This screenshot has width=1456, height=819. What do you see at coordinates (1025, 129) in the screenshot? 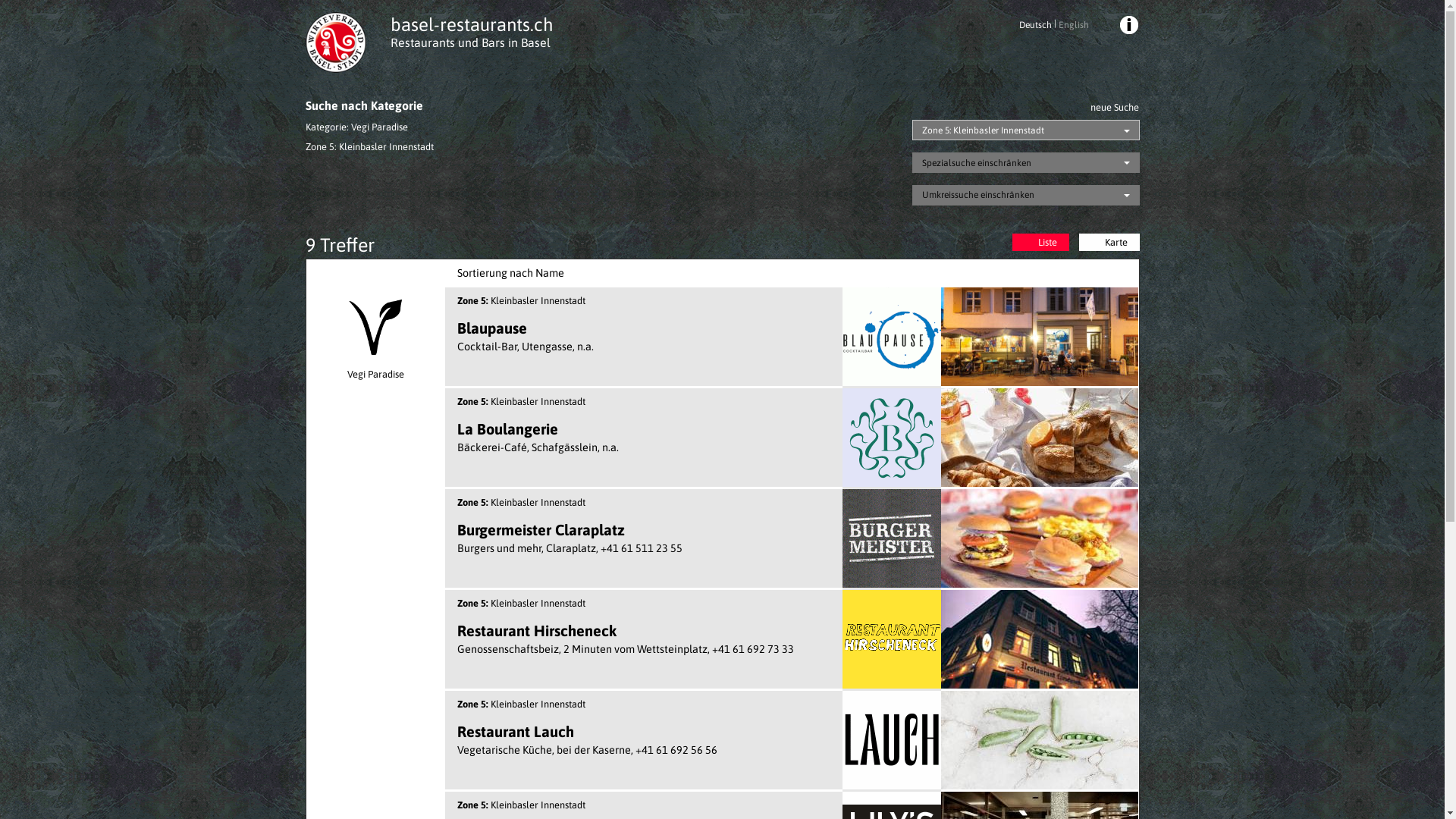
I see `'Zone 5: Kleinbasler Innenstadt'` at bounding box center [1025, 129].